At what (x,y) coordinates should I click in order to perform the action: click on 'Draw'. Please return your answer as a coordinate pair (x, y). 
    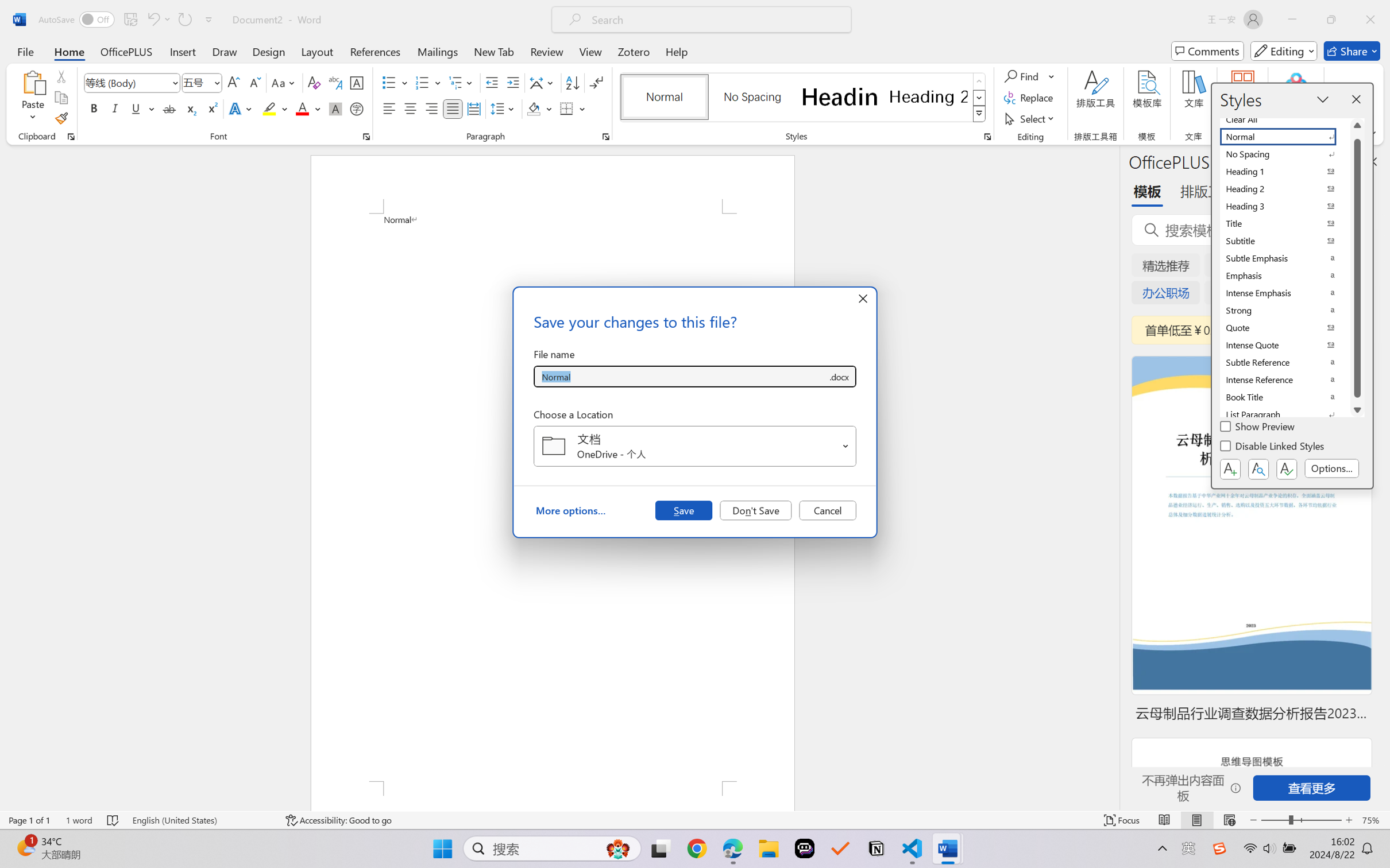
    Looking at the image, I should click on (225, 51).